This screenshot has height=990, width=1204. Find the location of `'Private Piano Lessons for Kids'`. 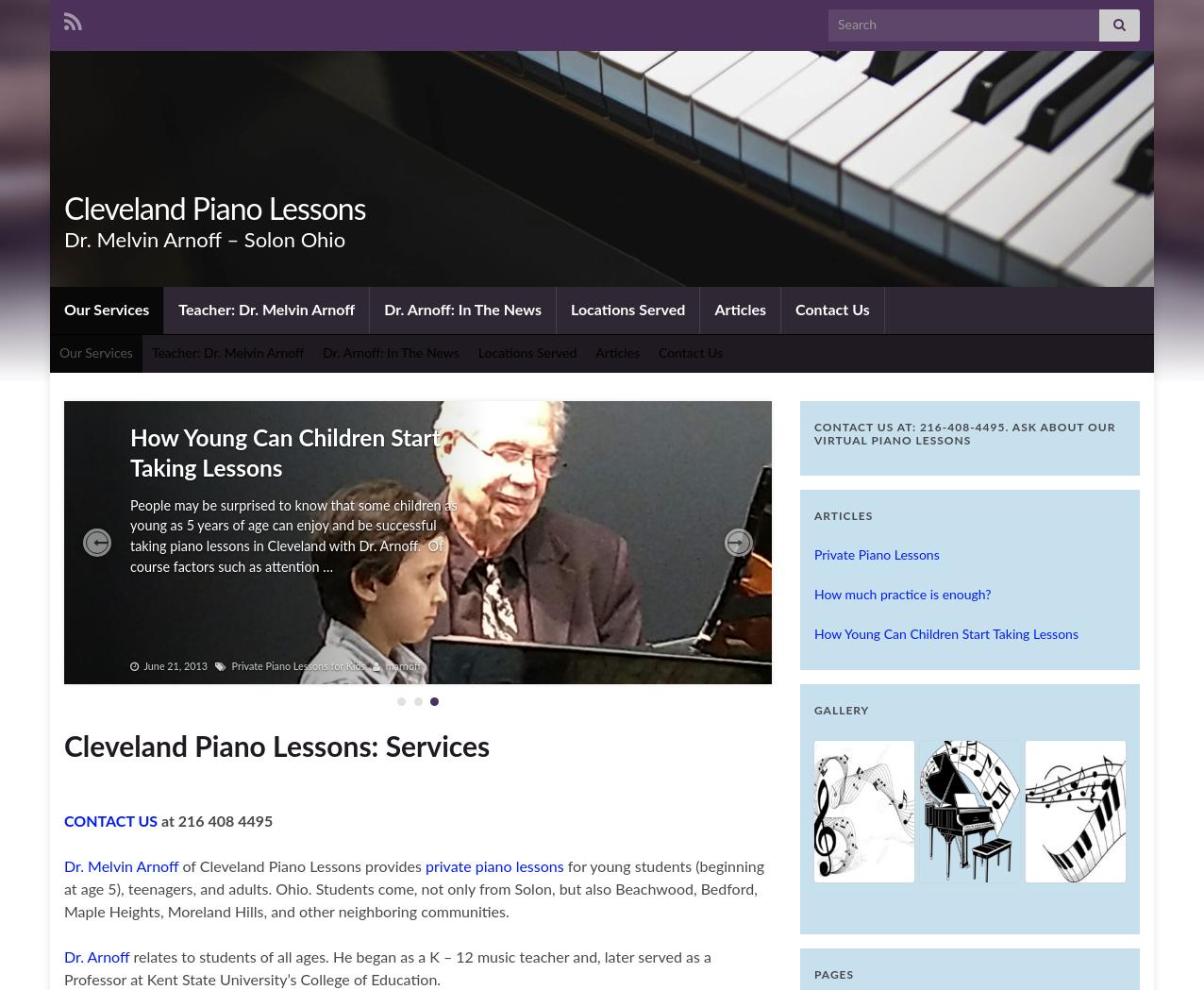

'Private Piano Lessons for Kids' is located at coordinates (296, 665).